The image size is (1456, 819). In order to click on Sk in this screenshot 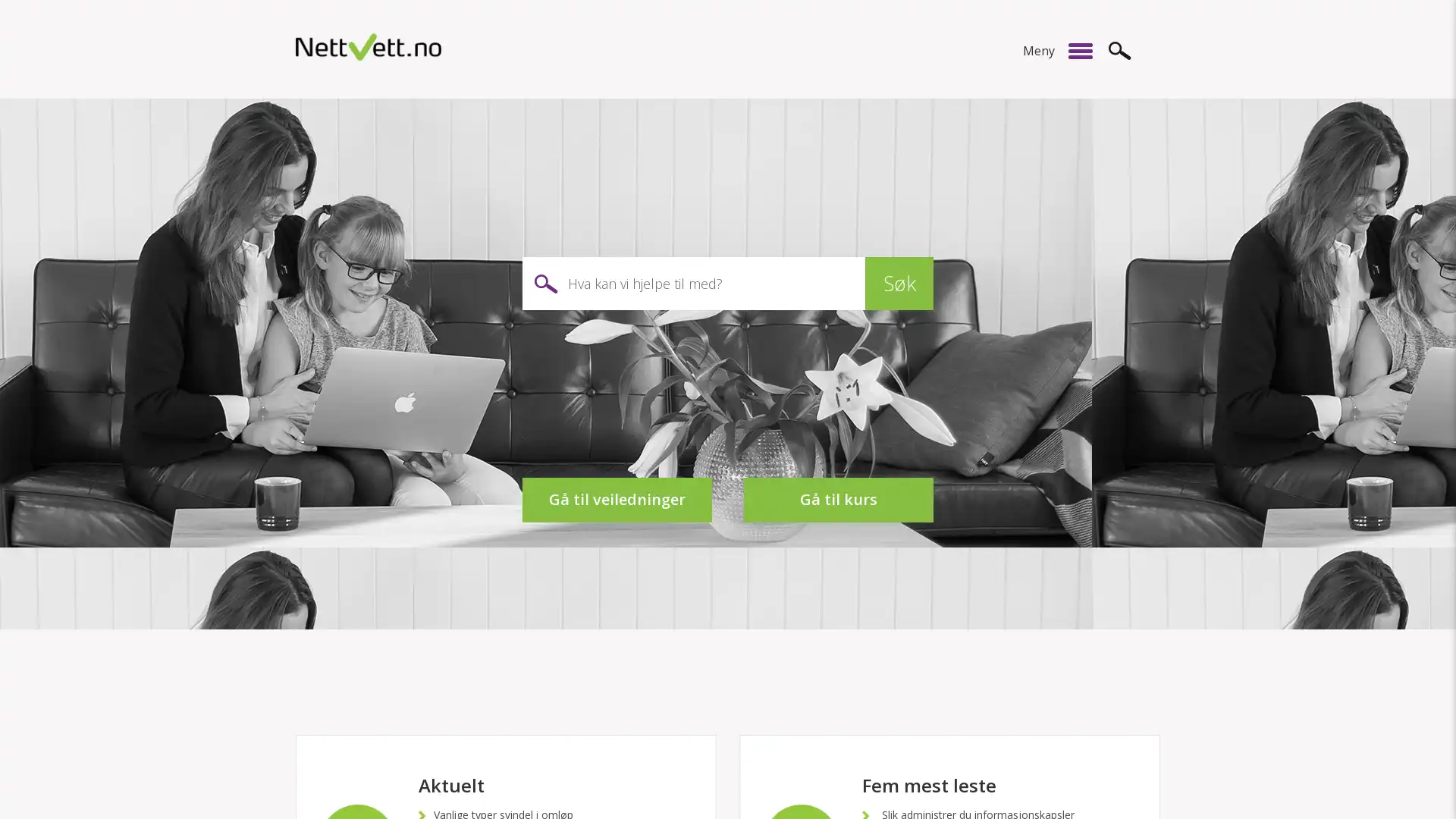, I will do `click(899, 284)`.